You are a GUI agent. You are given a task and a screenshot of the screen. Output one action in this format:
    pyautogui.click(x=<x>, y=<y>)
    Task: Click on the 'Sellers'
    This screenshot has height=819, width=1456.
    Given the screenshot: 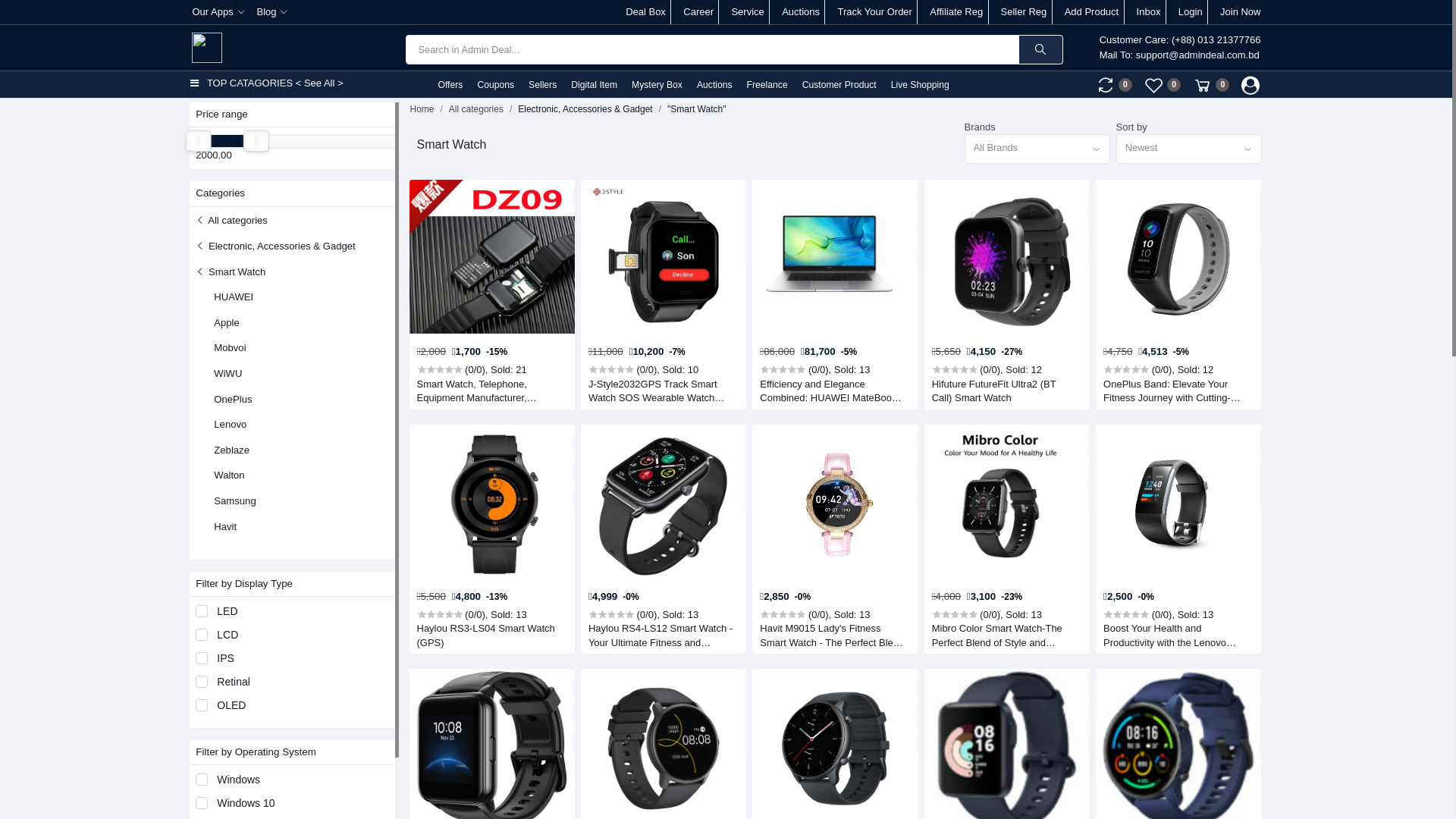 What is the action you would take?
    pyautogui.click(x=522, y=84)
    